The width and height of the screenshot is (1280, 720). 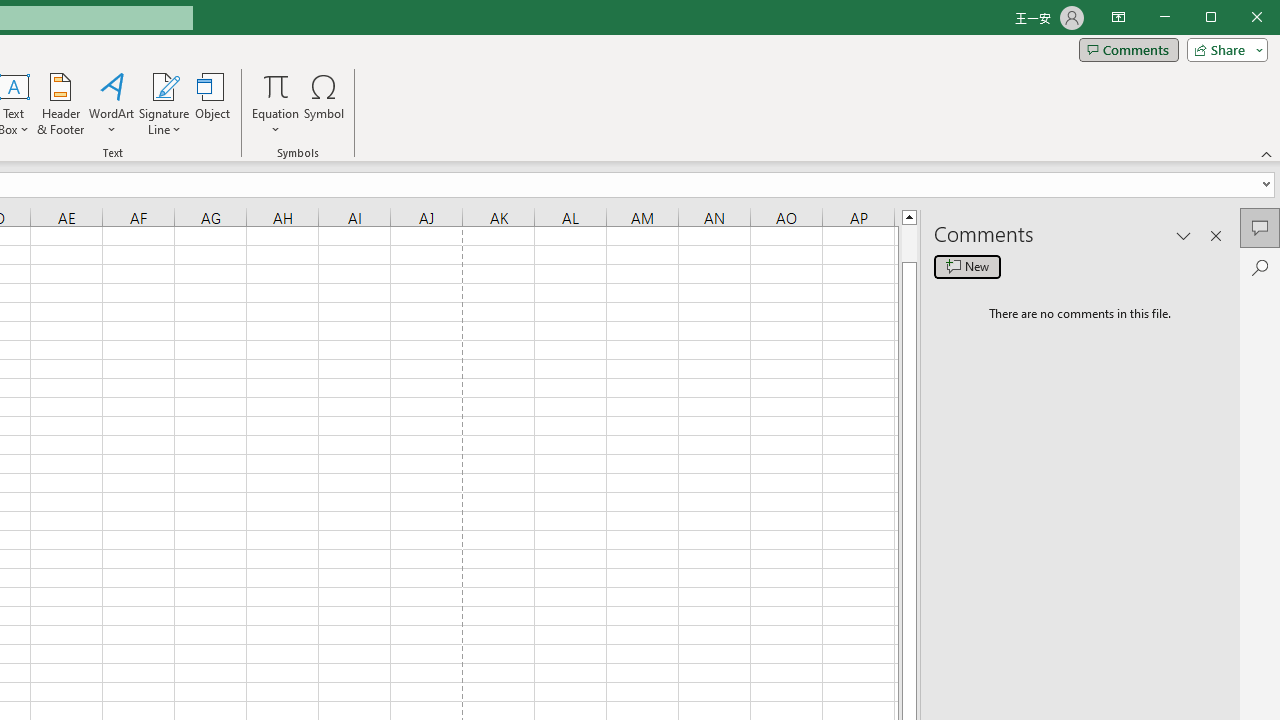 What do you see at coordinates (60, 104) in the screenshot?
I see `'Header & Footer...'` at bounding box center [60, 104].